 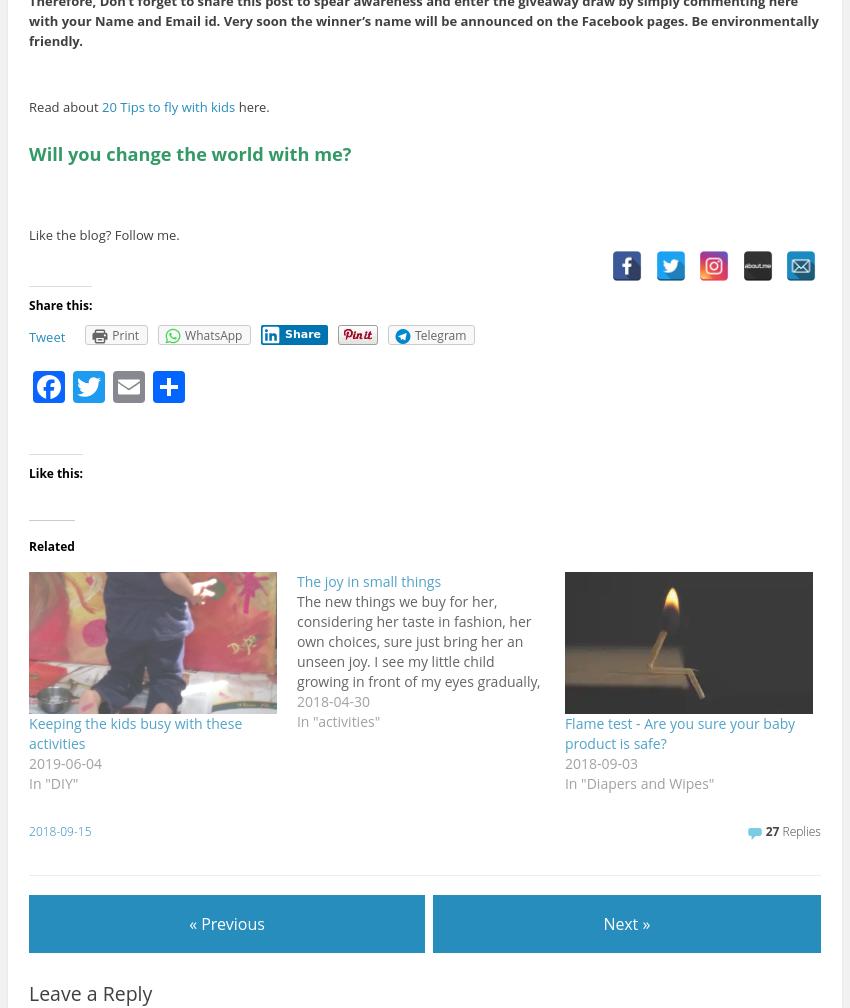 What do you see at coordinates (89, 993) in the screenshot?
I see `'Leave a Reply'` at bounding box center [89, 993].